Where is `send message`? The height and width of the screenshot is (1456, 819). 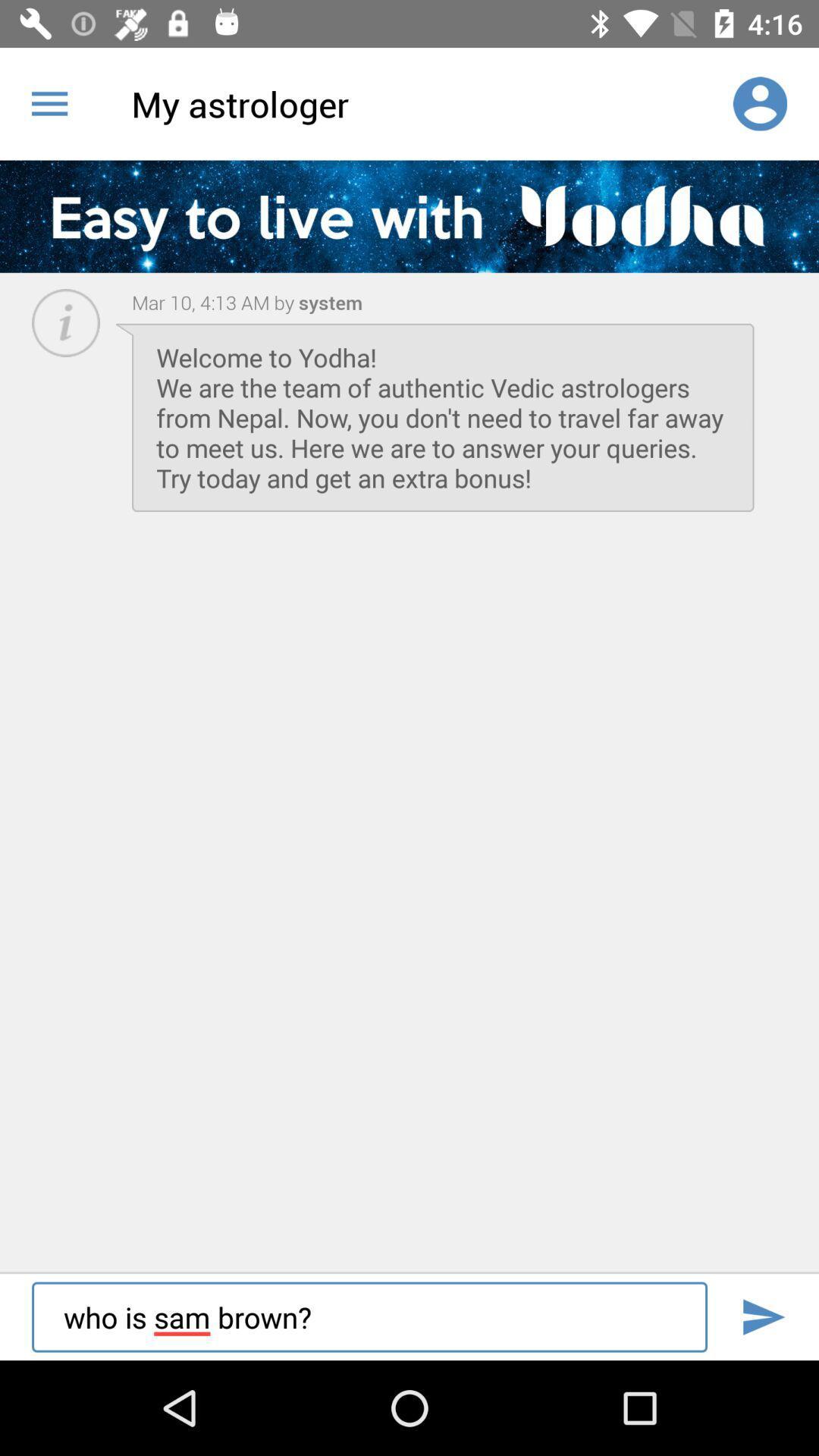 send message is located at coordinates (763, 1316).